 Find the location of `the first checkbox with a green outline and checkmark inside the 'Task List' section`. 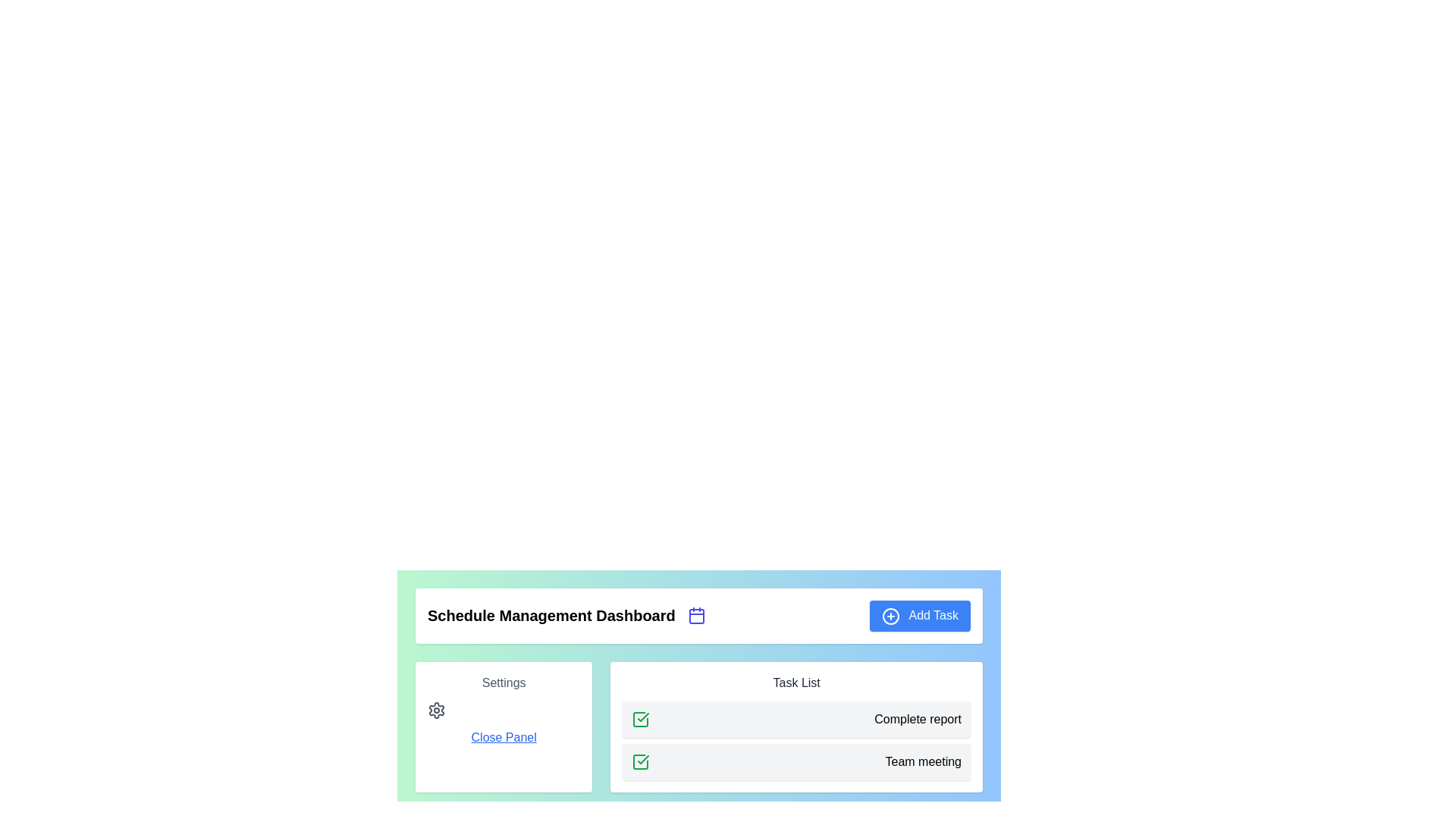

the first checkbox with a green outline and checkmark inside the 'Task List' section is located at coordinates (641, 718).